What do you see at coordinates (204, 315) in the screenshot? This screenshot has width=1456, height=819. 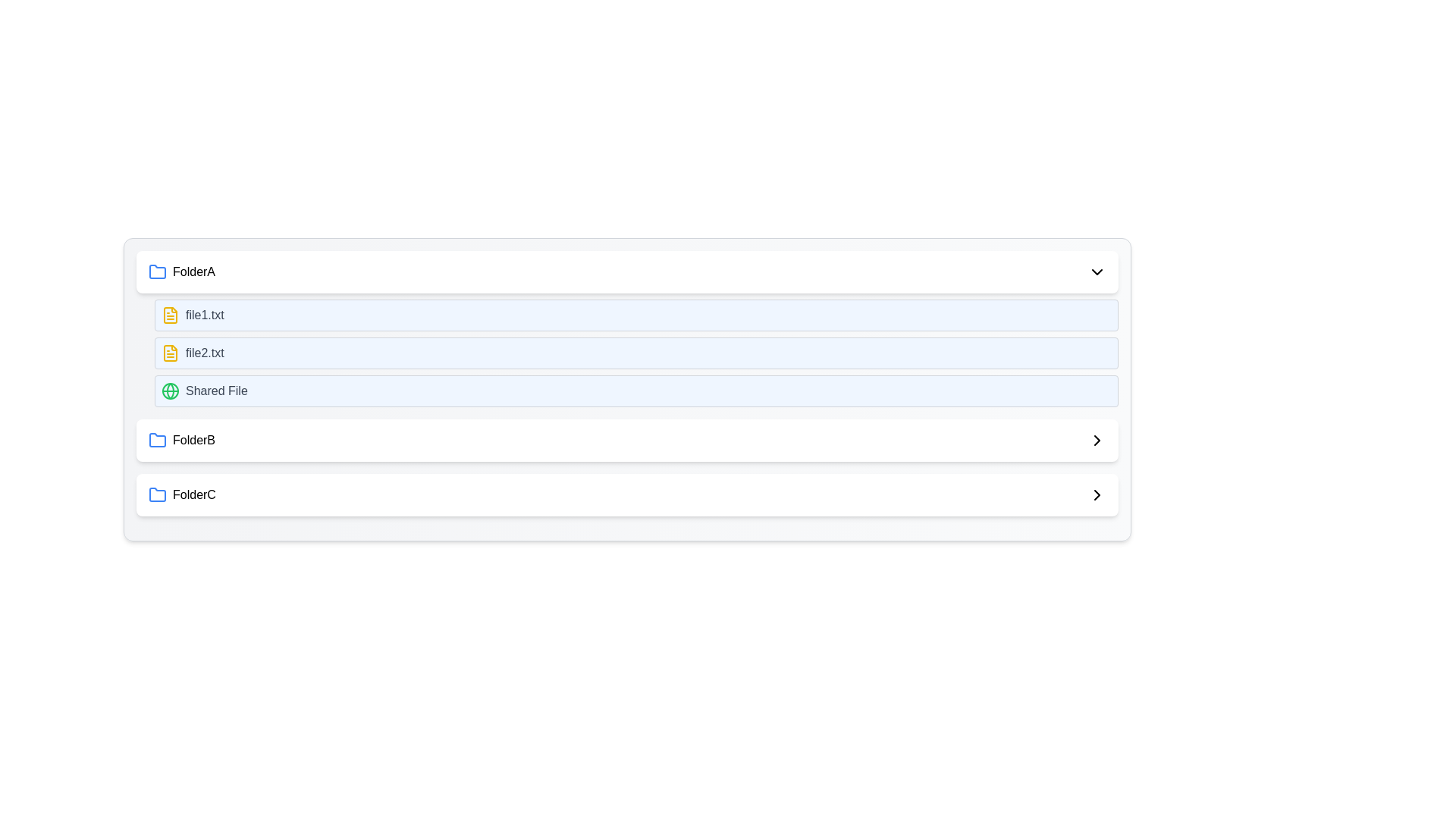 I see `the text label 'file1.txt', which is the first file entry` at bounding box center [204, 315].